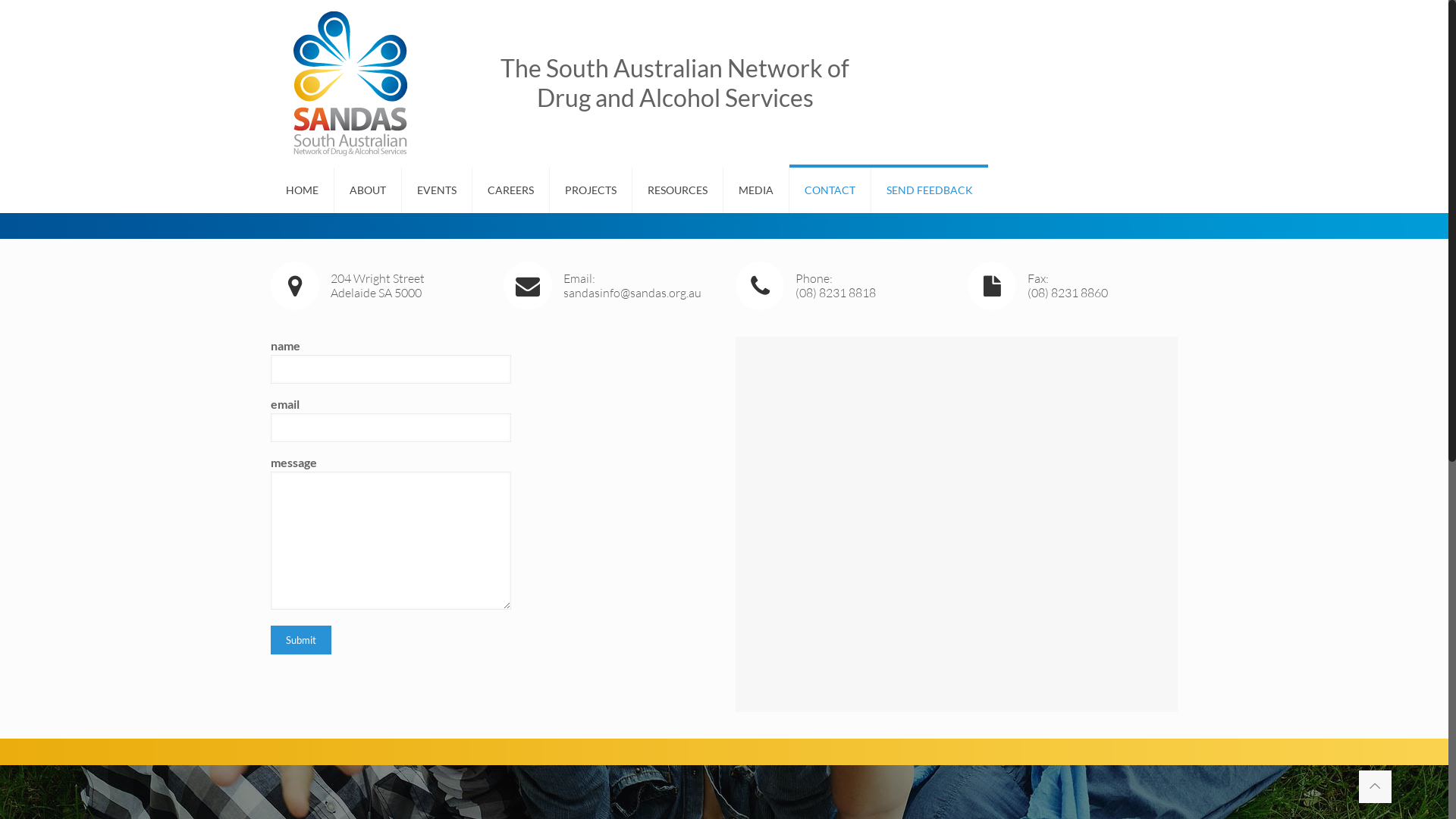 The width and height of the screenshot is (1456, 819). What do you see at coordinates (301, 640) in the screenshot?
I see `'Submit'` at bounding box center [301, 640].